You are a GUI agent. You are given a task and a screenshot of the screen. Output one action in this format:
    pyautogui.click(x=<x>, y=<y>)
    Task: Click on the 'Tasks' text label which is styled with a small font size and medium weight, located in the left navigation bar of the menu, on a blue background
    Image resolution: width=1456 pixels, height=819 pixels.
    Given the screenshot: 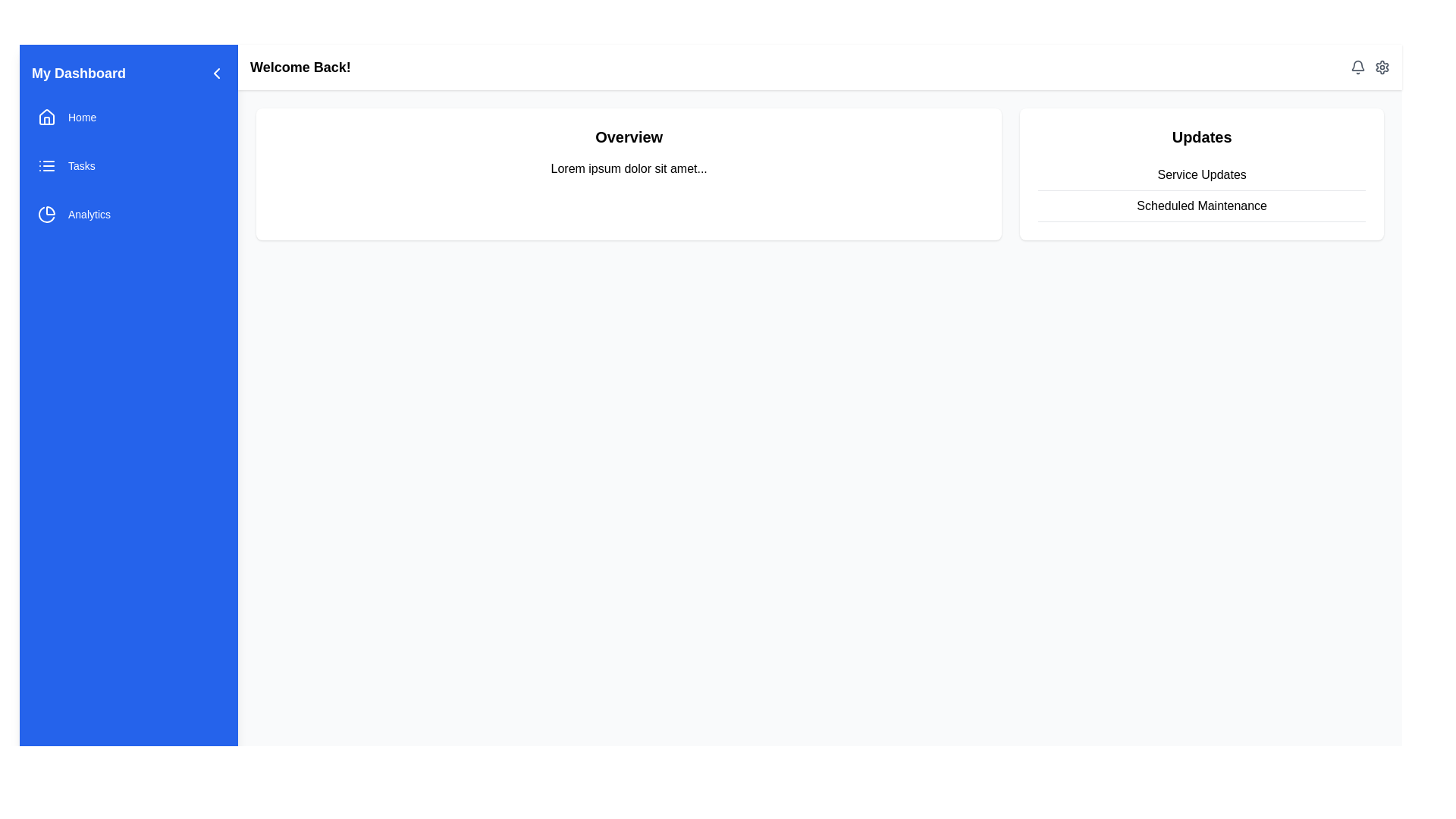 What is the action you would take?
    pyautogui.click(x=80, y=166)
    